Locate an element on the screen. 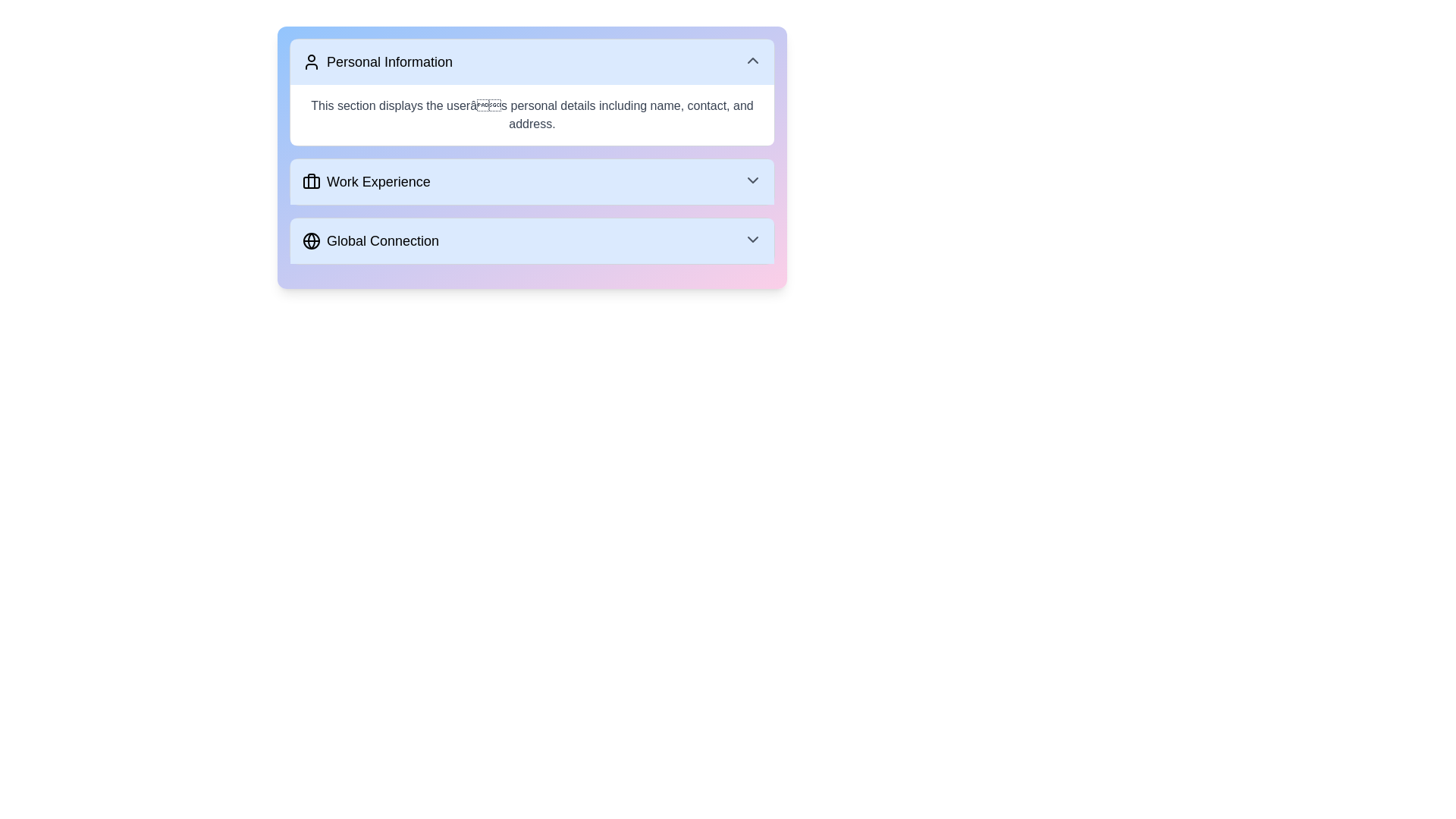 The height and width of the screenshot is (819, 1456). text 'Personal Information' from the Label or Header with Icon, which features a user icon and is positioned at the top-left corner of a collapsible card-like section with a light blue background is located at coordinates (378, 61).